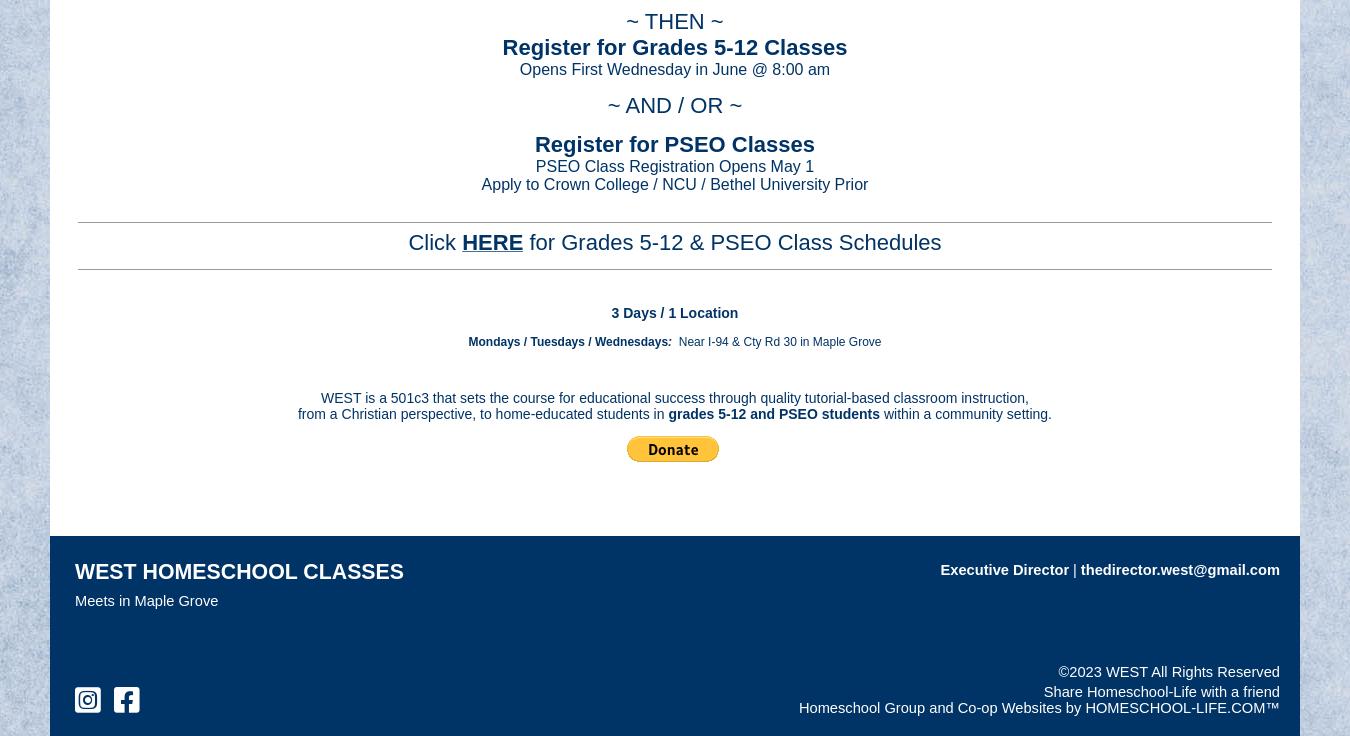 The image size is (1350, 736). I want to click on 'PSEO Class Registration Opens May 1', so click(674, 165).